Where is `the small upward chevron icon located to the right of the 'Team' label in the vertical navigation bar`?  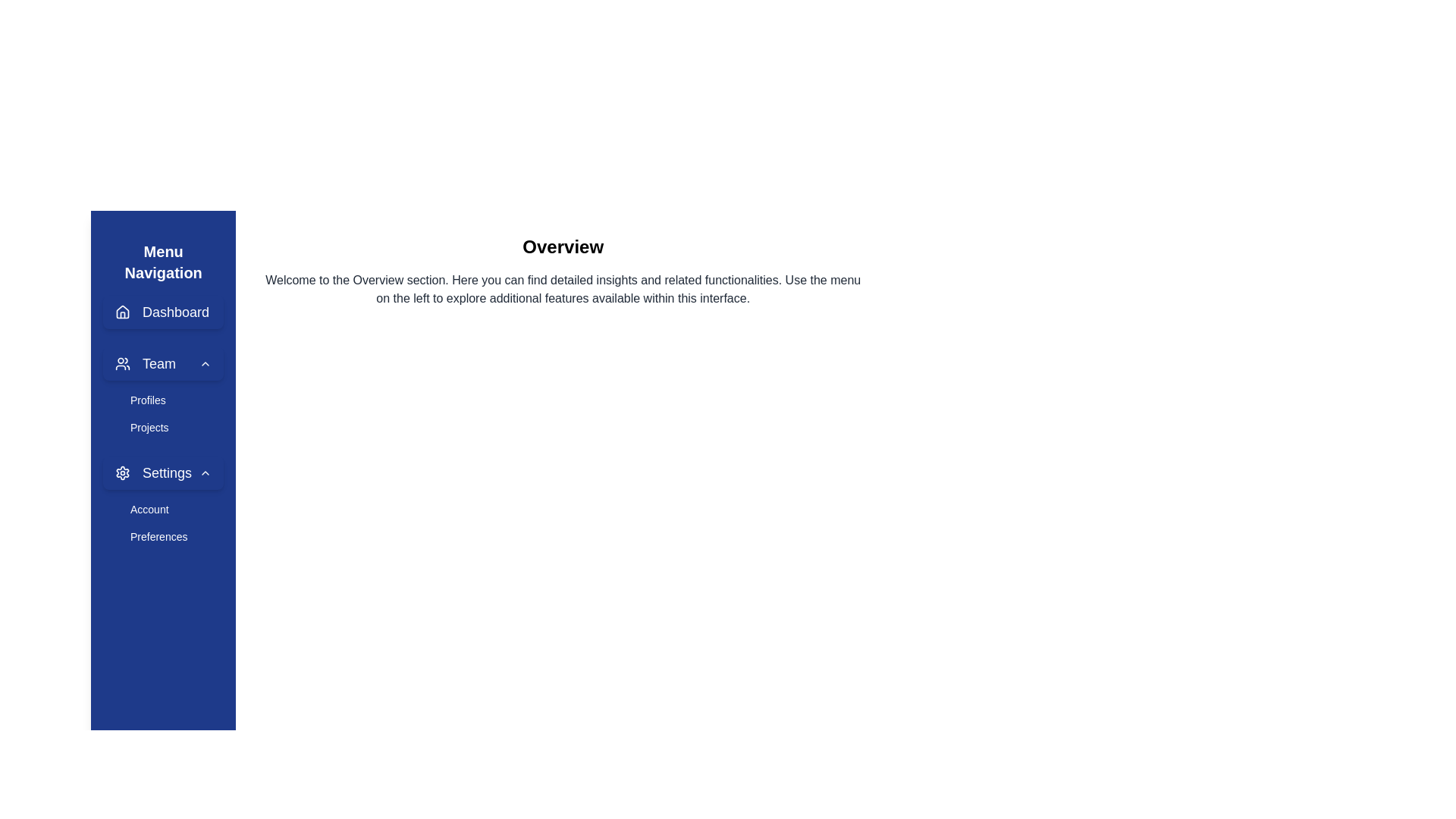 the small upward chevron icon located to the right of the 'Team' label in the vertical navigation bar is located at coordinates (205, 363).